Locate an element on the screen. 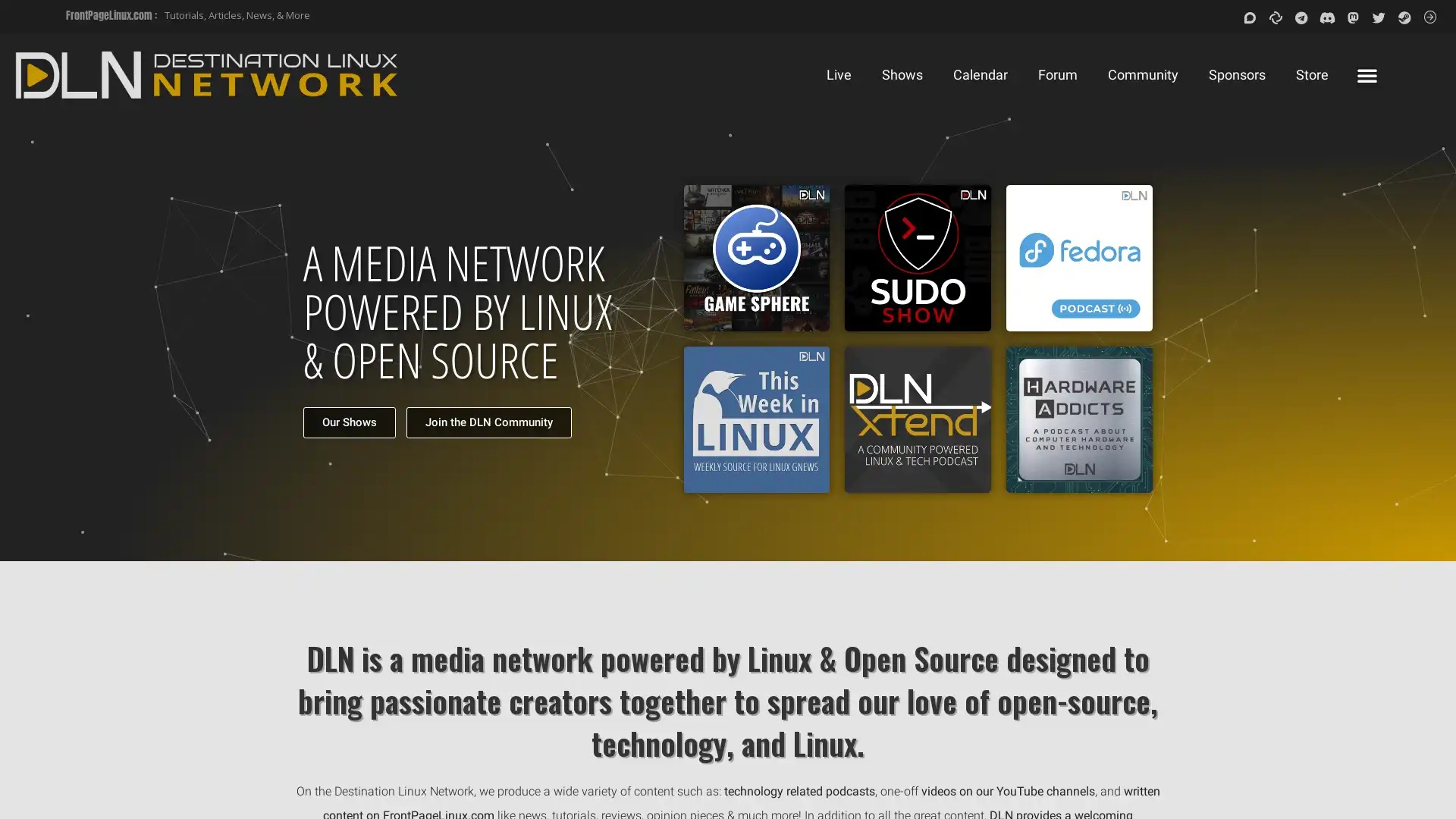 The image size is (1456, 819). Join the DLN Community is located at coordinates (488, 422).